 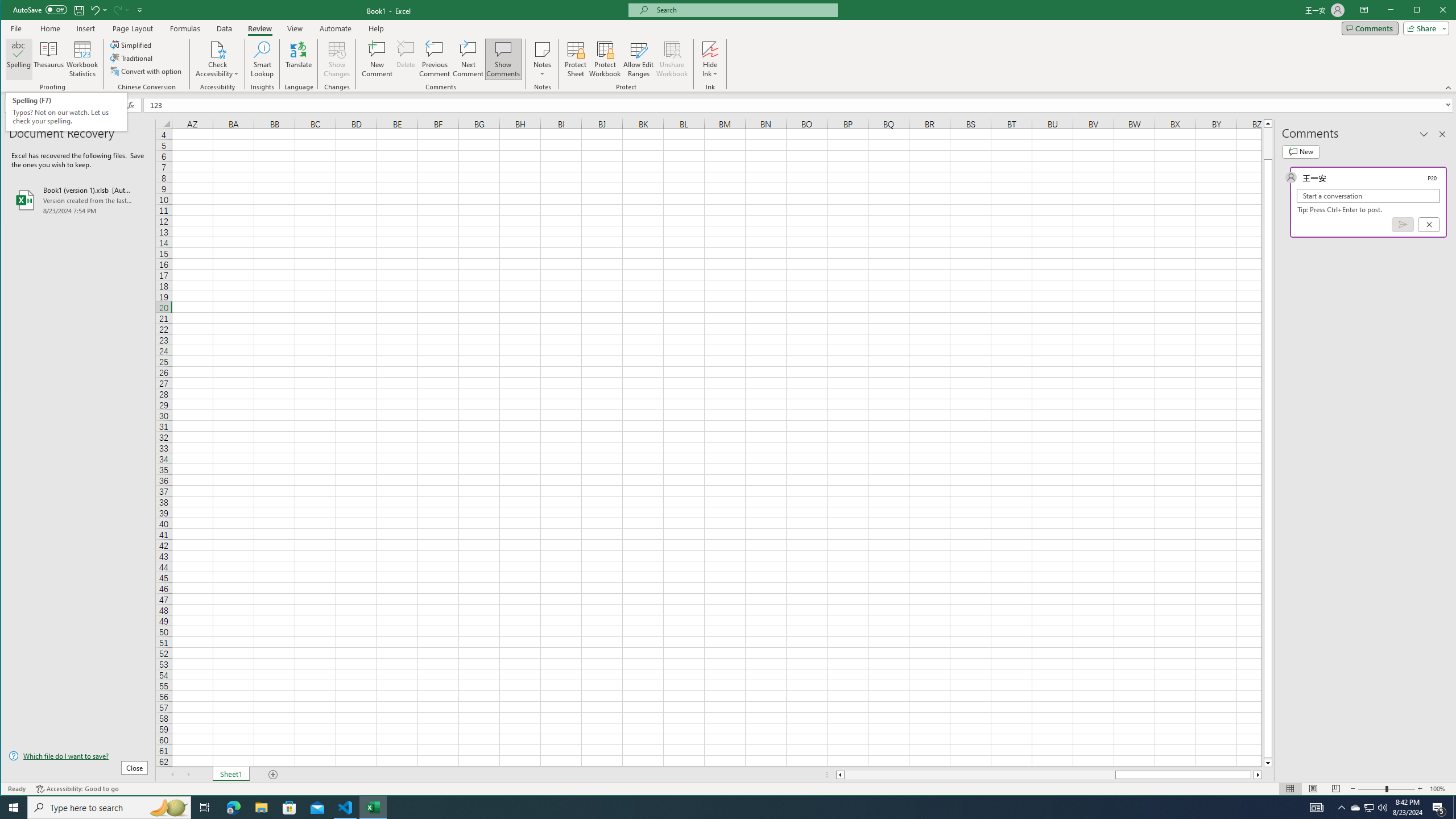 I want to click on 'User Promoted Notification Area', so click(x=1368, y=806).